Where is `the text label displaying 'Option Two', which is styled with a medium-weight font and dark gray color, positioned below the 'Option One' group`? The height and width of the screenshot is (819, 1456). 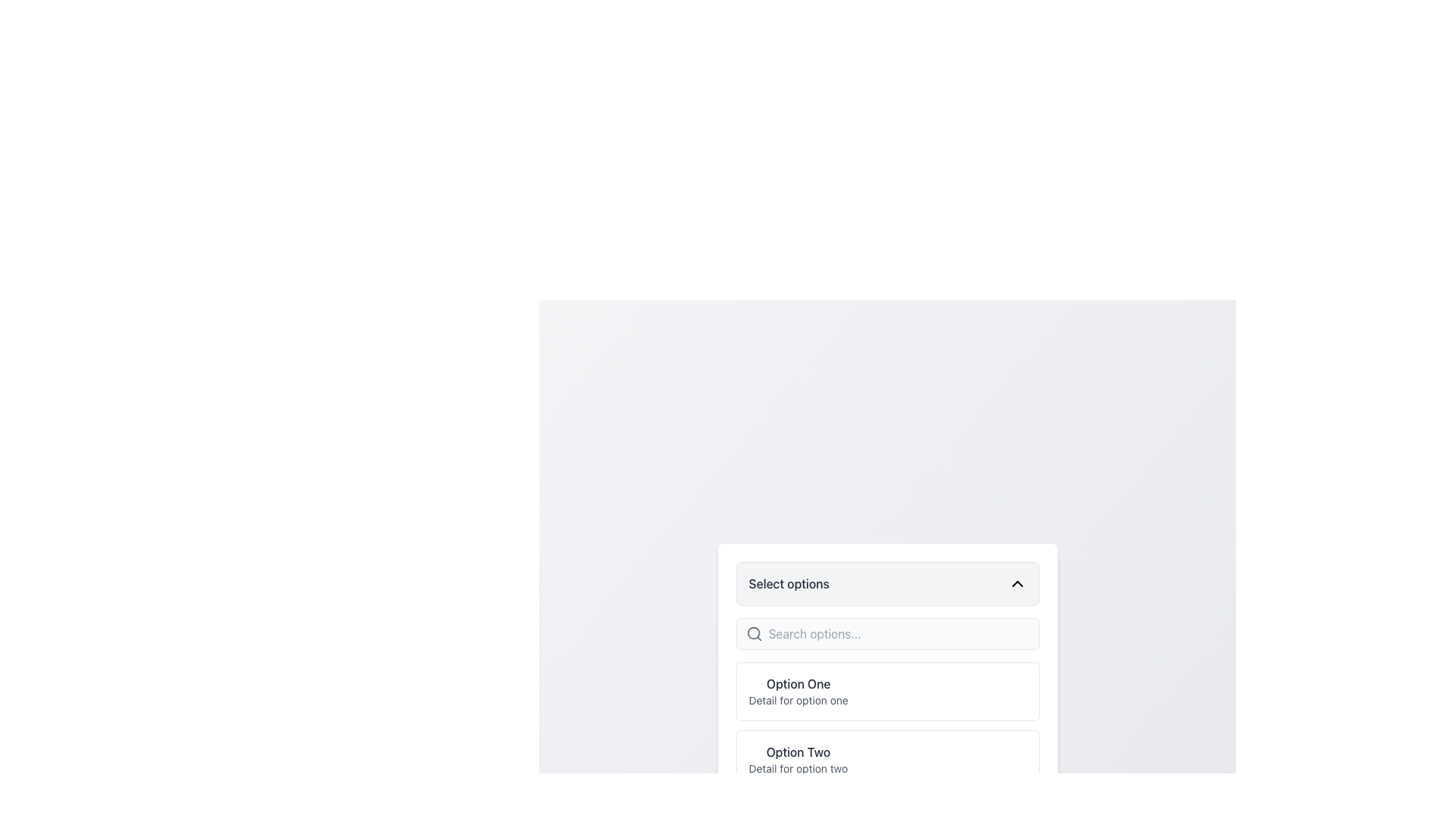 the text label displaying 'Option Two', which is styled with a medium-weight font and dark gray color, positioned below the 'Option One' group is located at coordinates (797, 752).